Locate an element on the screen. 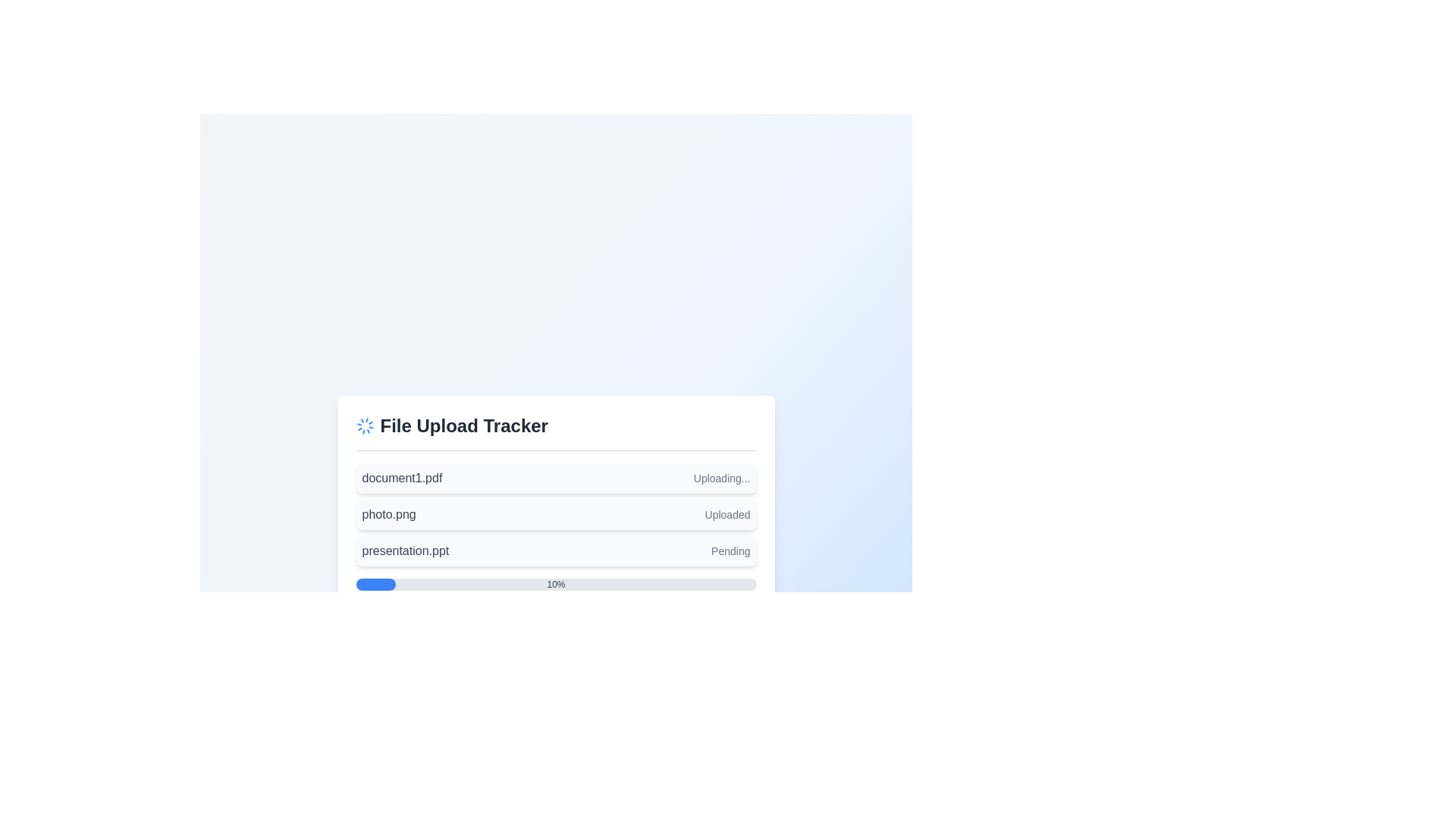 The image size is (1456, 819). the progress bar indicating 10% completion in the 'File Upload Tracker' card is located at coordinates (555, 583).